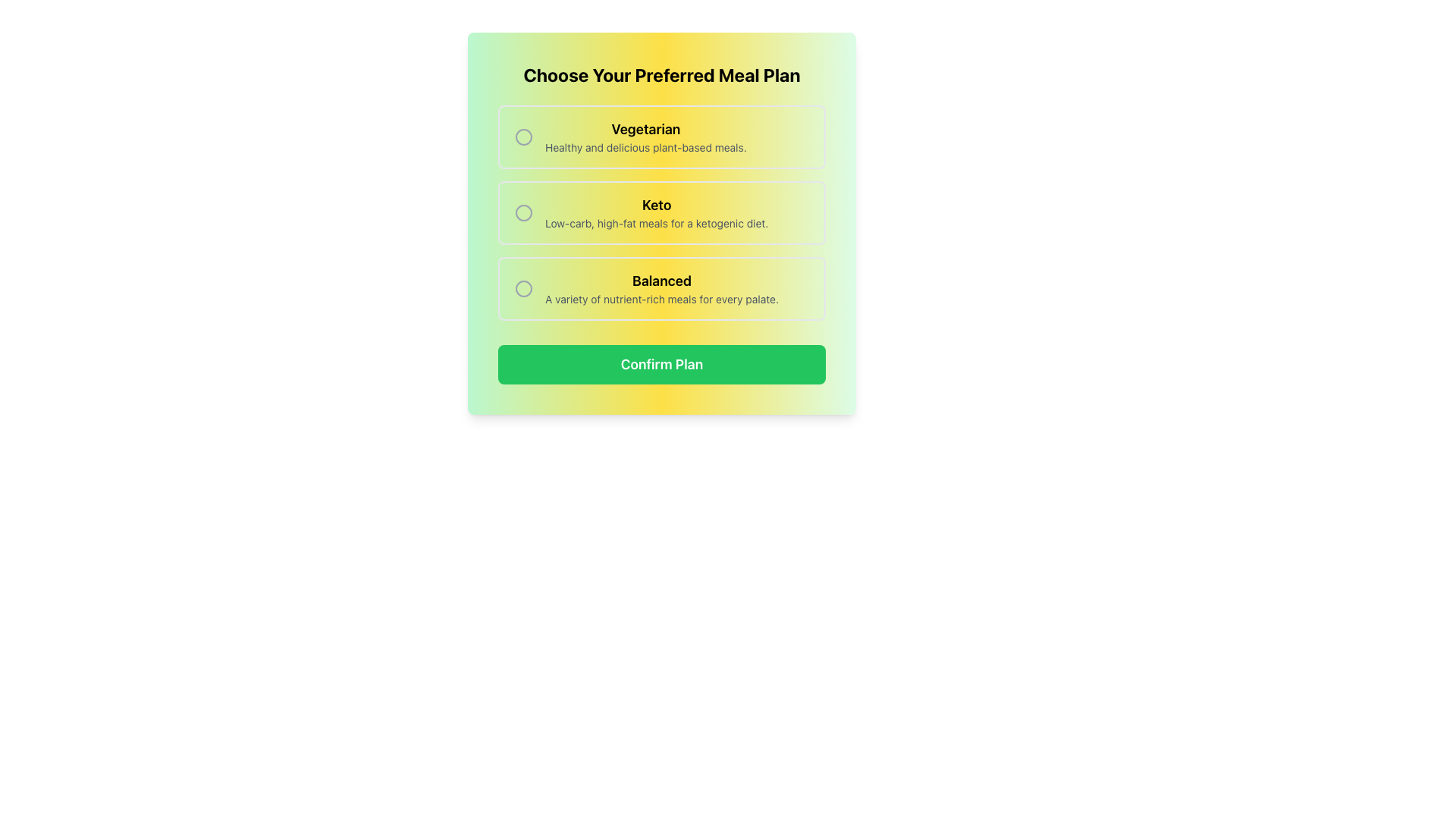 The width and height of the screenshot is (1456, 819). Describe the element at coordinates (645, 148) in the screenshot. I see `the descriptive tagline Text Label for the 'Vegetarian' meal plan option to use it as a reference for selection` at that location.